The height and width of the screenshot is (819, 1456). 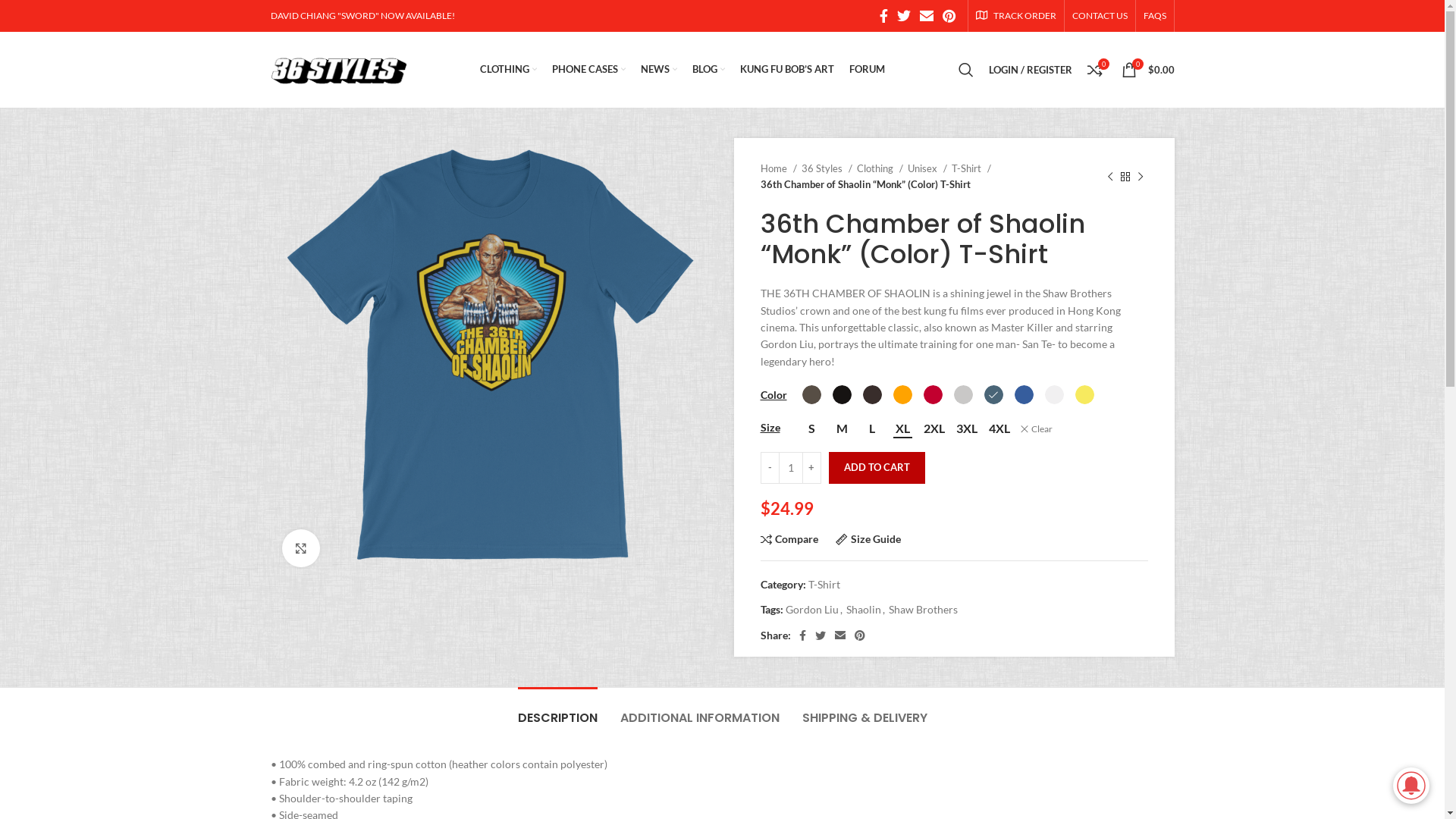 What do you see at coordinates (708, 70) in the screenshot?
I see `'BLOG'` at bounding box center [708, 70].